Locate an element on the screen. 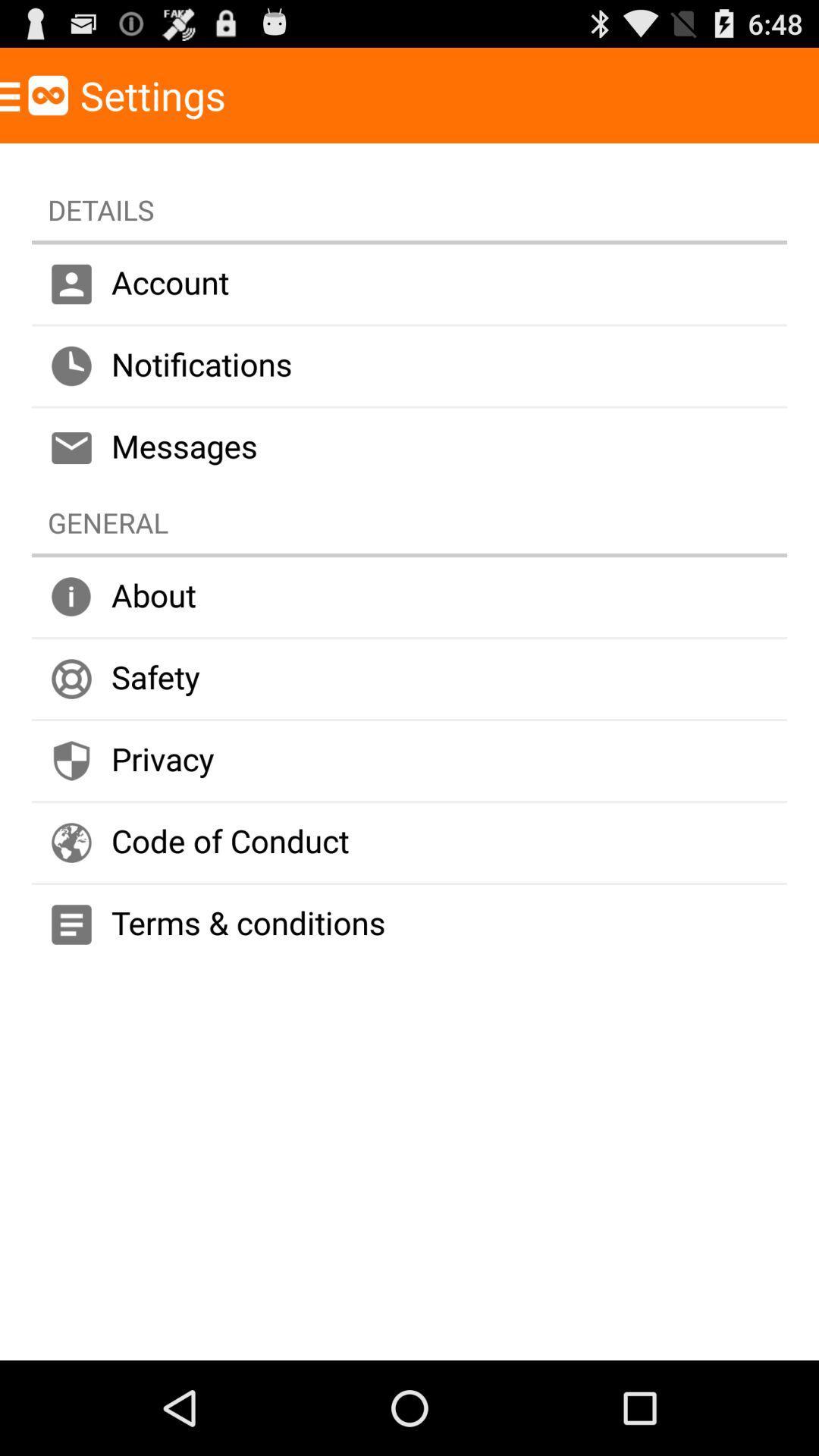  the item below safety item is located at coordinates (409, 761).